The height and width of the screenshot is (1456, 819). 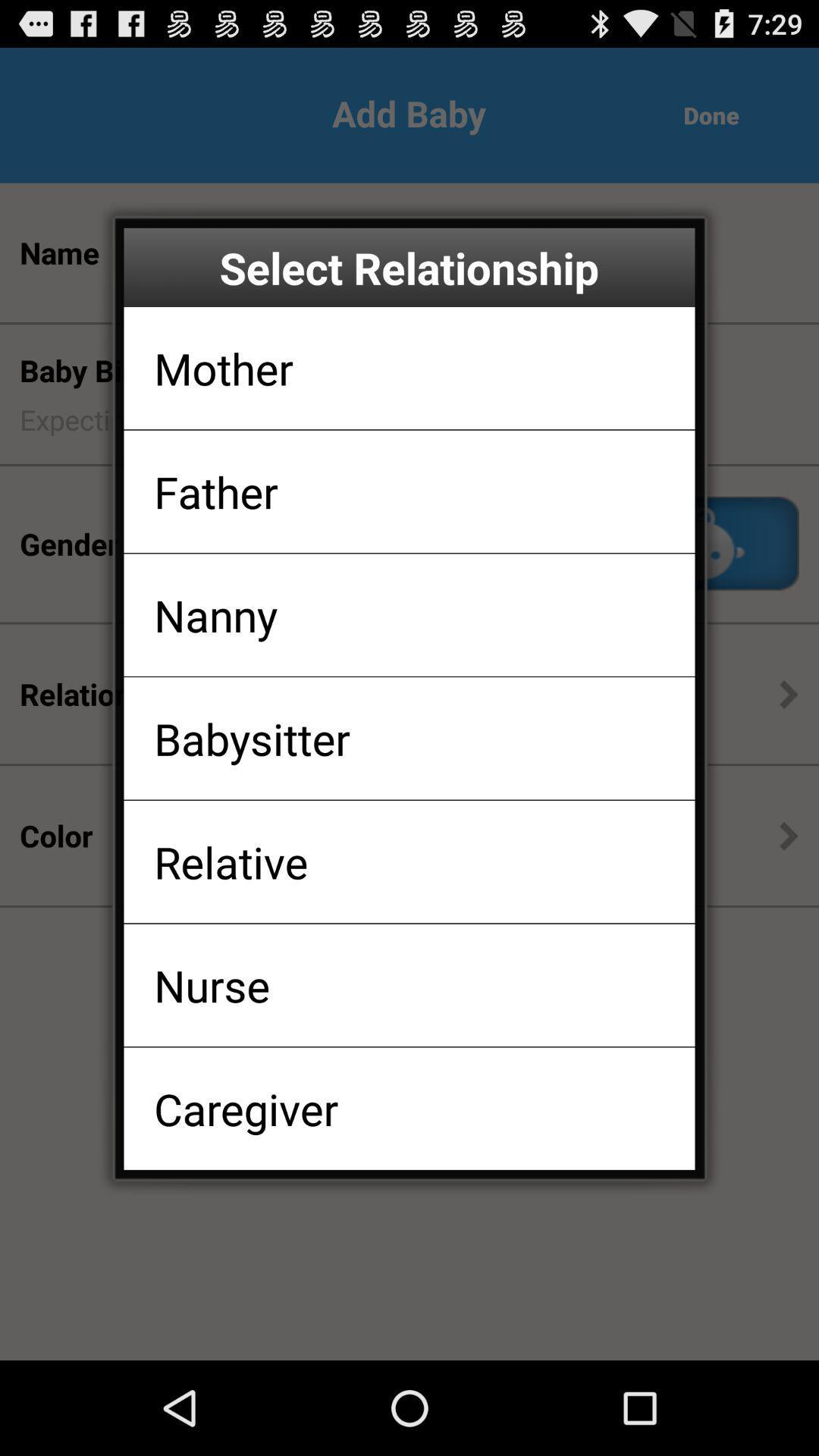 What do you see at coordinates (215, 615) in the screenshot?
I see `the icon below the father item` at bounding box center [215, 615].